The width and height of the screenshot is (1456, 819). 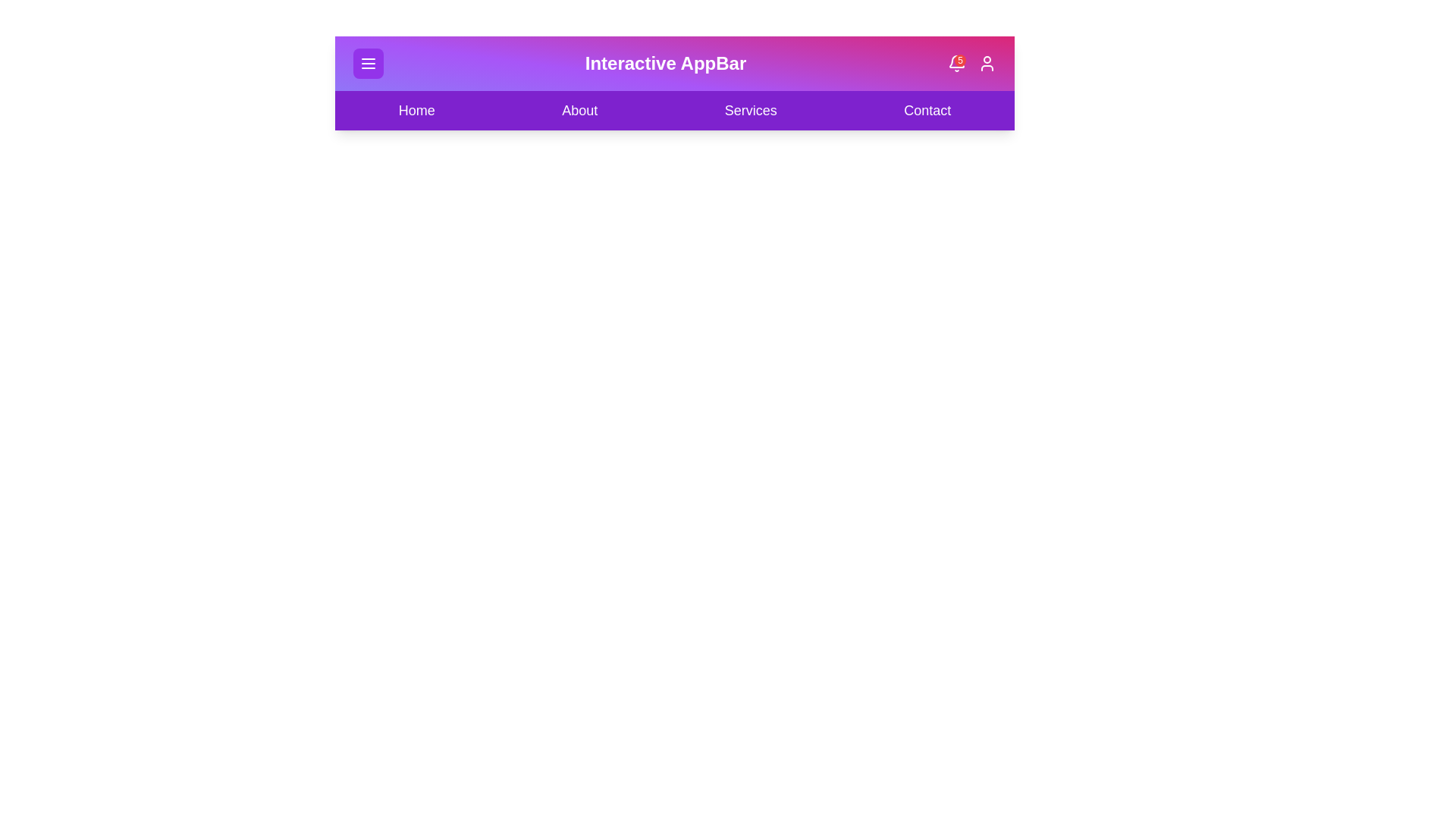 What do you see at coordinates (927, 110) in the screenshot?
I see `the navigation menu item Contact` at bounding box center [927, 110].